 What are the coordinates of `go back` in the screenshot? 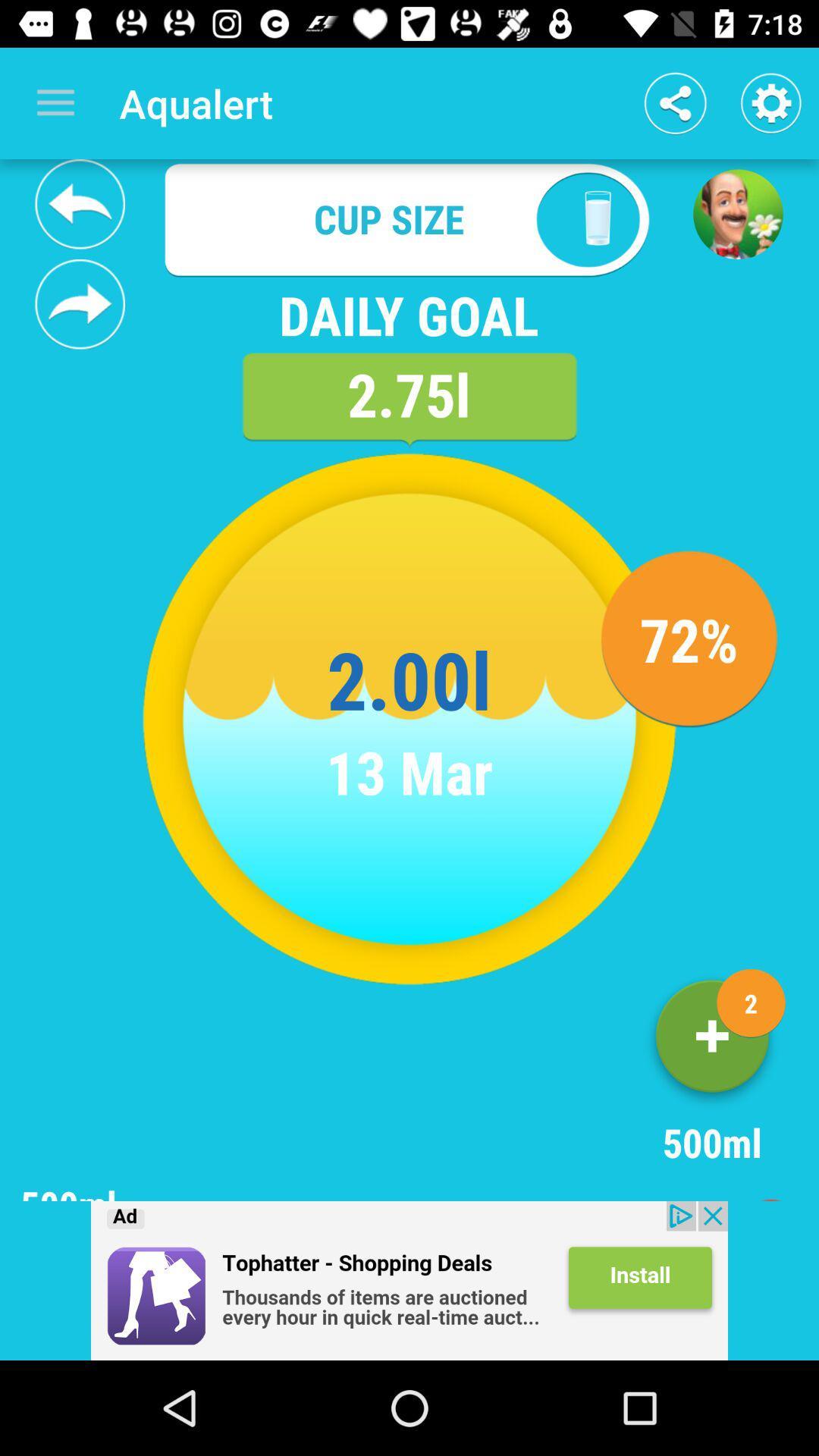 It's located at (80, 203).